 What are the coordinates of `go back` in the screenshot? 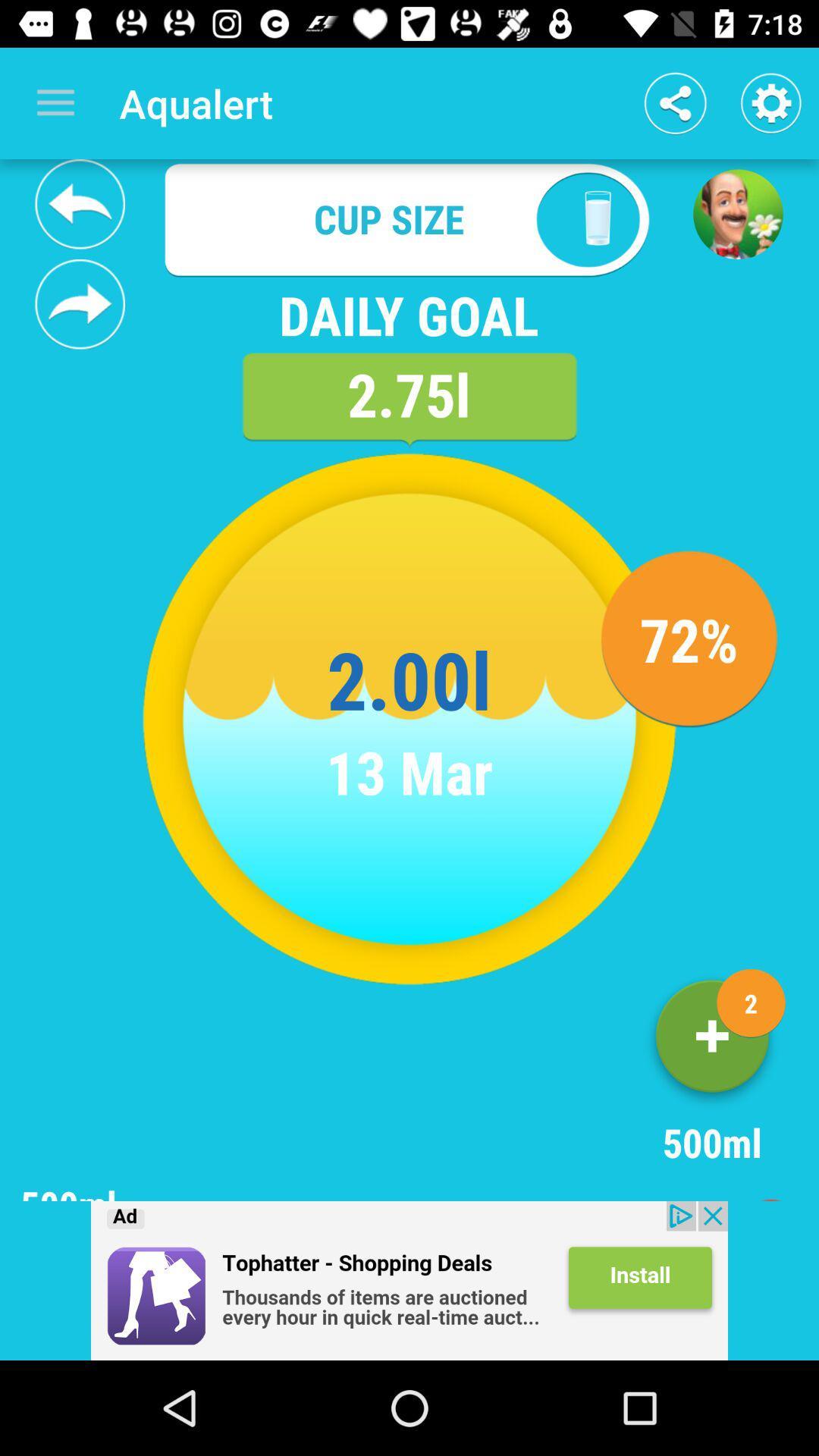 It's located at (80, 203).